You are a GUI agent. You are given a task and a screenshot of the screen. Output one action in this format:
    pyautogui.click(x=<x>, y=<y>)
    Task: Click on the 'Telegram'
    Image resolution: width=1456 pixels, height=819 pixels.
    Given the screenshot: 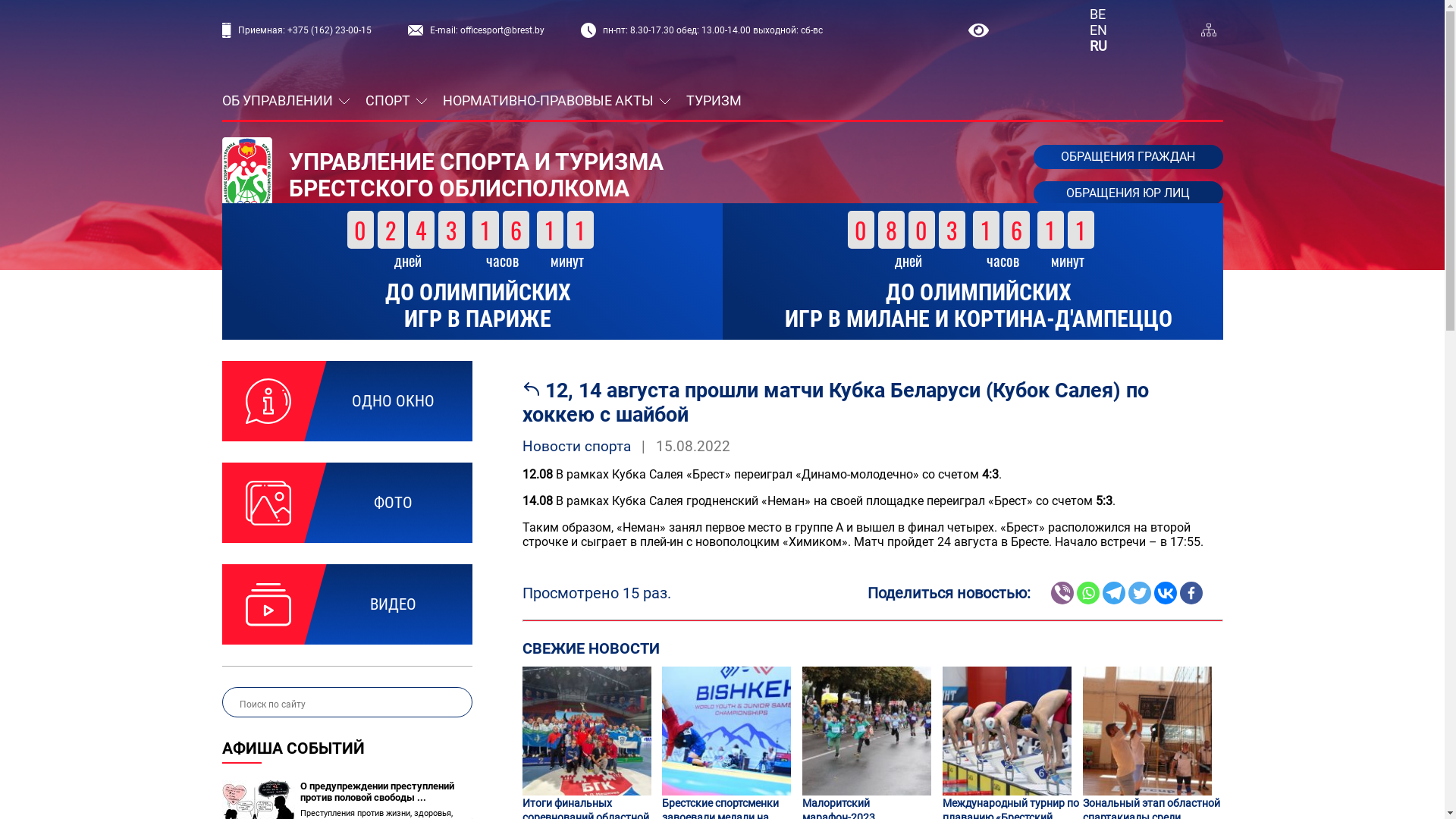 What is the action you would take?
    pyautogui.click(x=1103, y=592)
    